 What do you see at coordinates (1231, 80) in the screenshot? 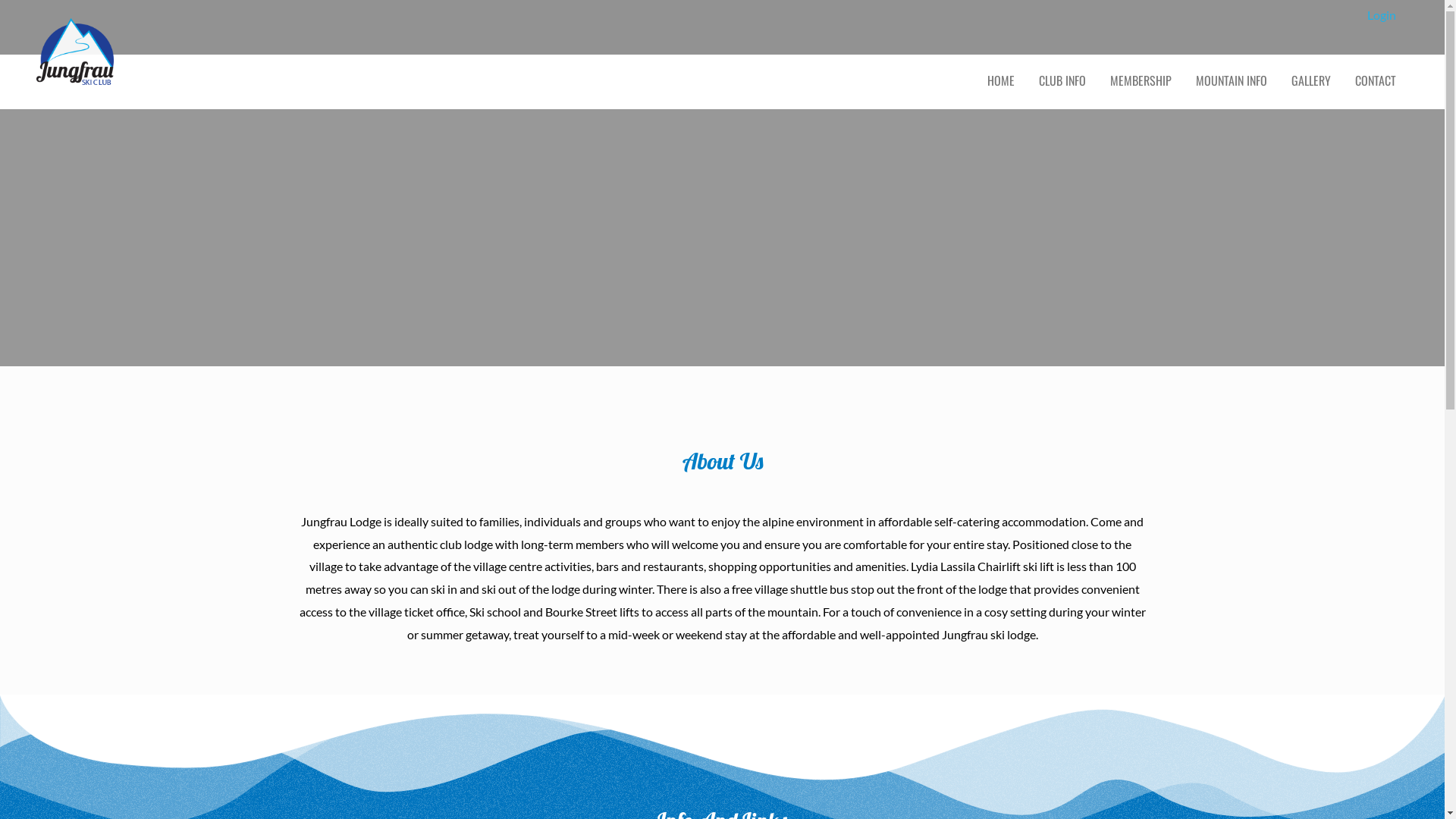
I see `'MOUNTAIN INFO'` at bounding box center [1231, 80].